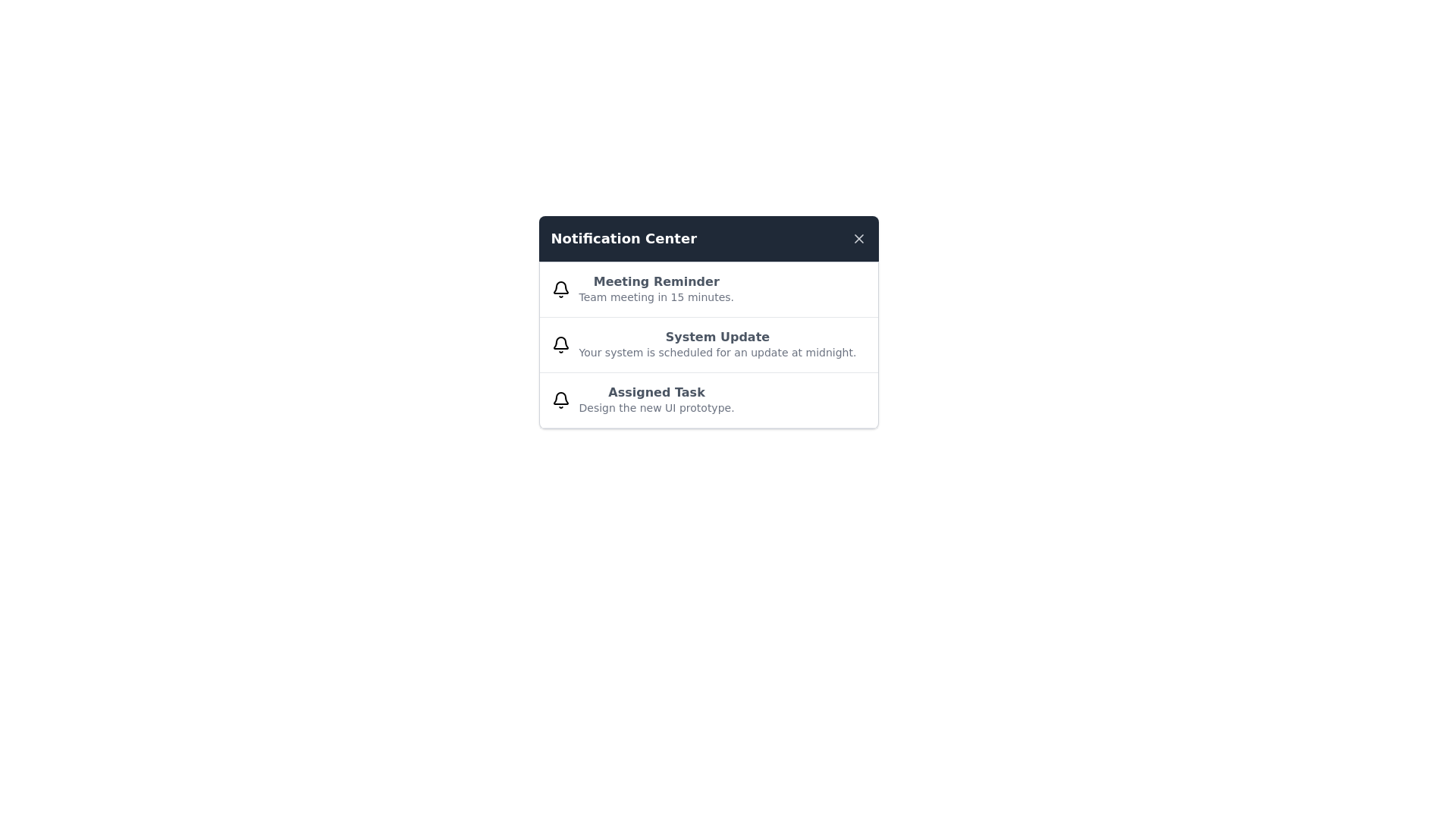 Image resolution: width=1456 pixels, height=819 pixels. I want to click on the static informational text that reads 'Your system is scheduled for an update at midnight.' which is styled in gray font and located below the 'System Update' header in the Notification Center, so click(717, 353).